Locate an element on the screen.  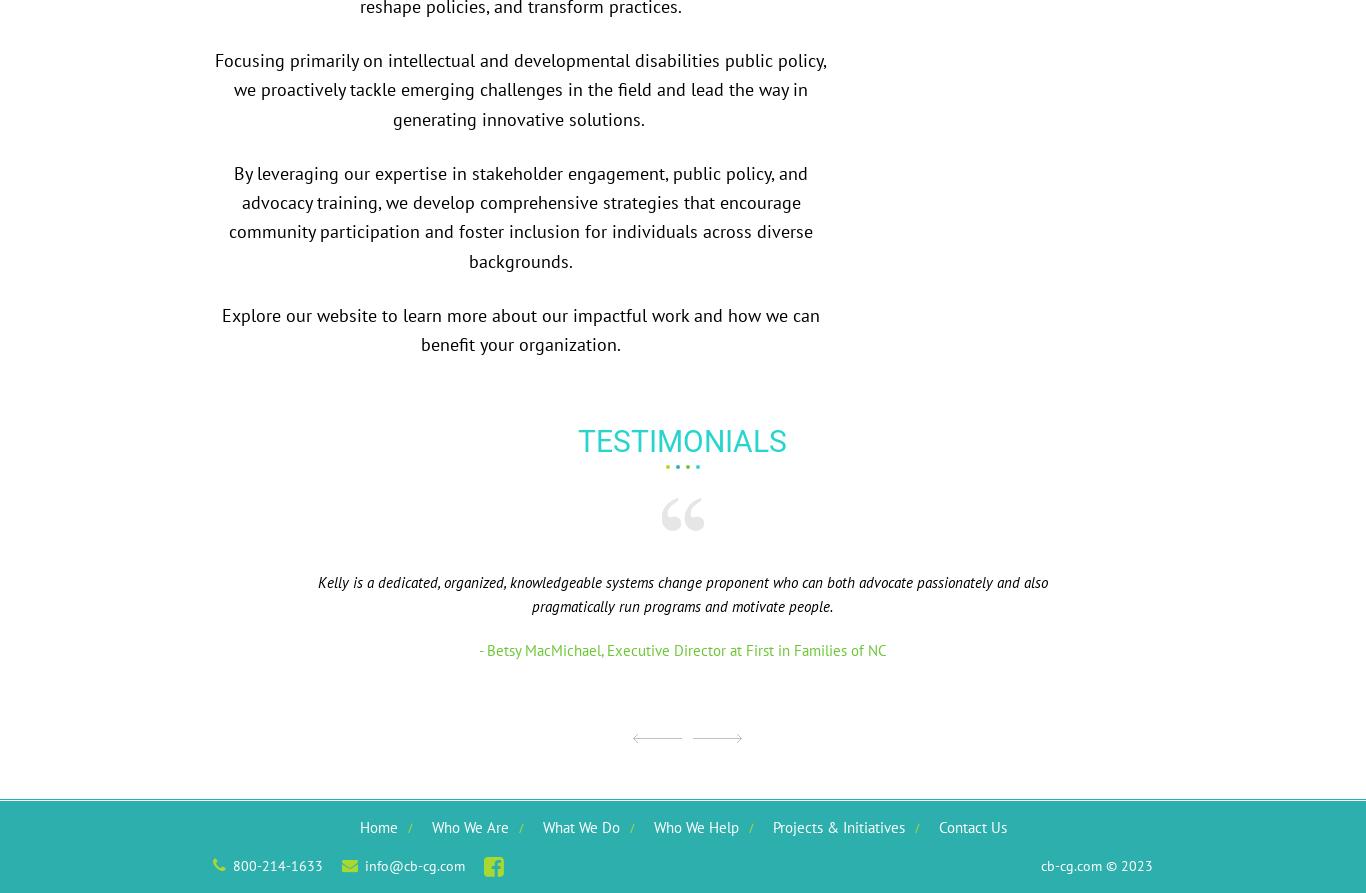
'By leveraging our expertise in stakeholder engagement, public policy, and advocacy training, we develop comprehensive strategies that encourage community participation and foster inclusion for individuals across diverse backgrounds.' is located at coordinates (520, 215).